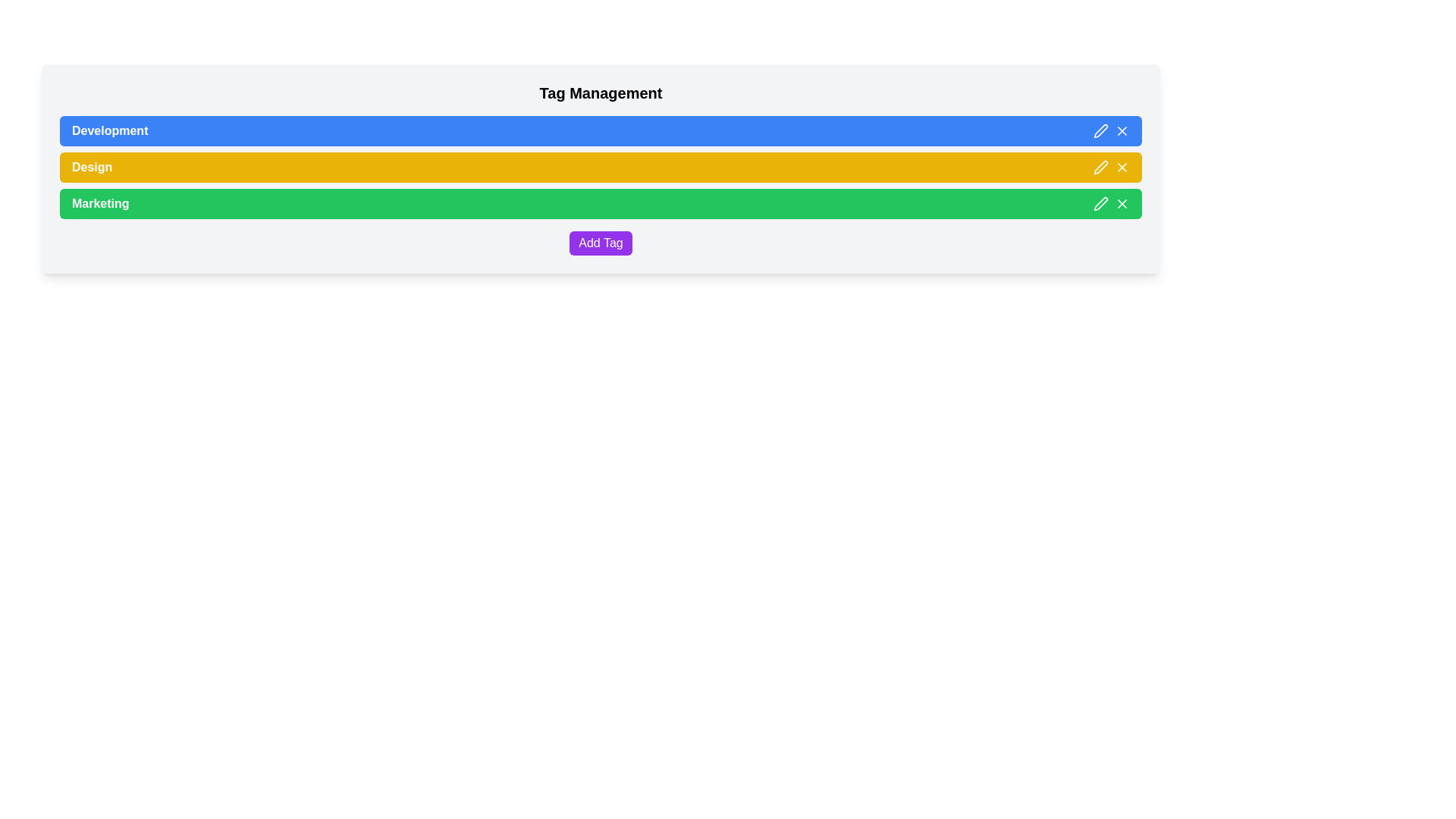 The image size is (1456, 819). What do you see at coordinates (600, 167) in the screenshot?
I see `the 'Design' text in the Tag or category bar with a yellow background` at bounding box center [600, 167].